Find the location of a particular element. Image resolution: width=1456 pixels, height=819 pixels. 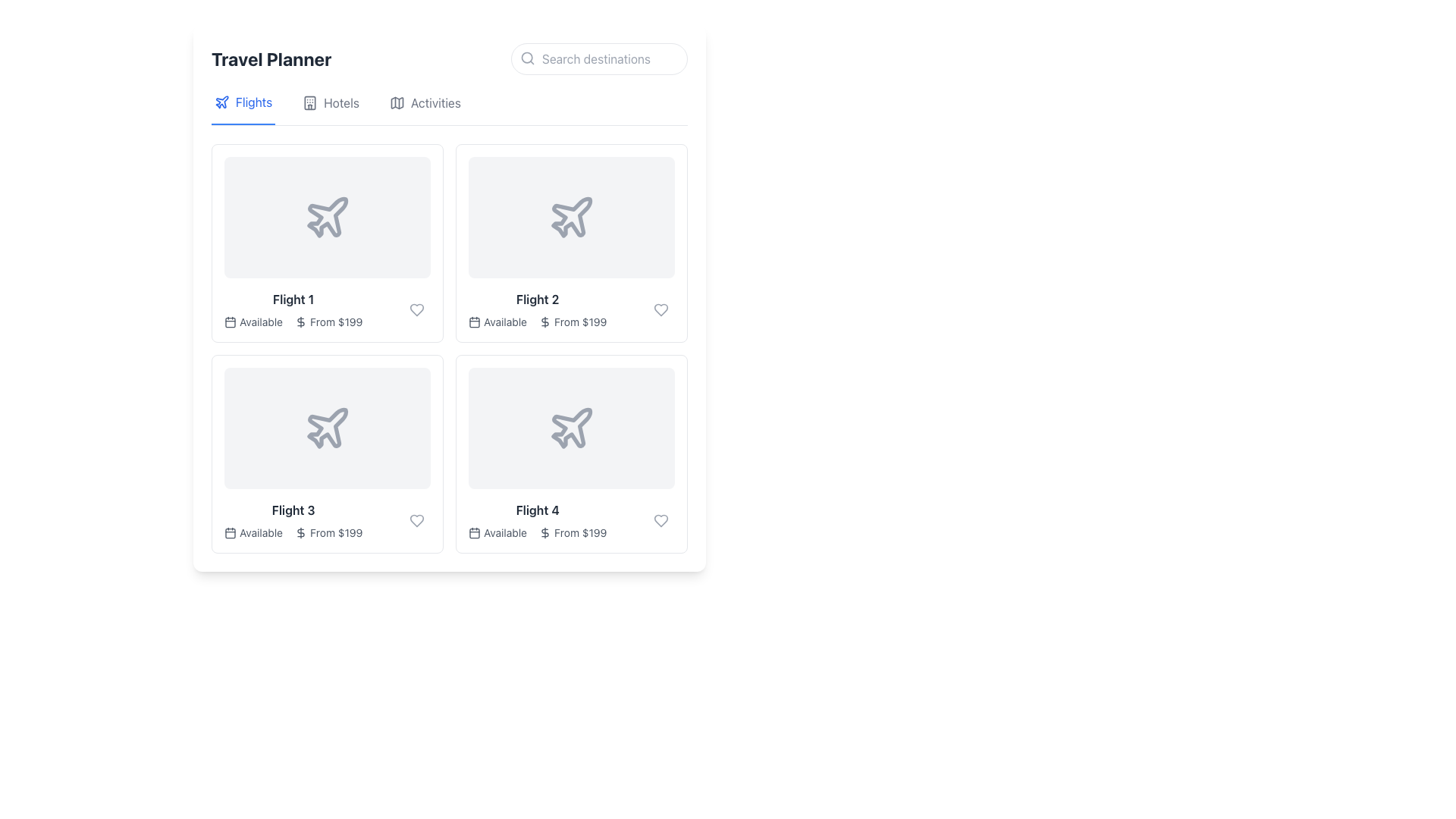

the map icon in the navigation bar, which is adjacent to the 'Flights' icon and represents geographical activities is located at coordinates (397, 102).